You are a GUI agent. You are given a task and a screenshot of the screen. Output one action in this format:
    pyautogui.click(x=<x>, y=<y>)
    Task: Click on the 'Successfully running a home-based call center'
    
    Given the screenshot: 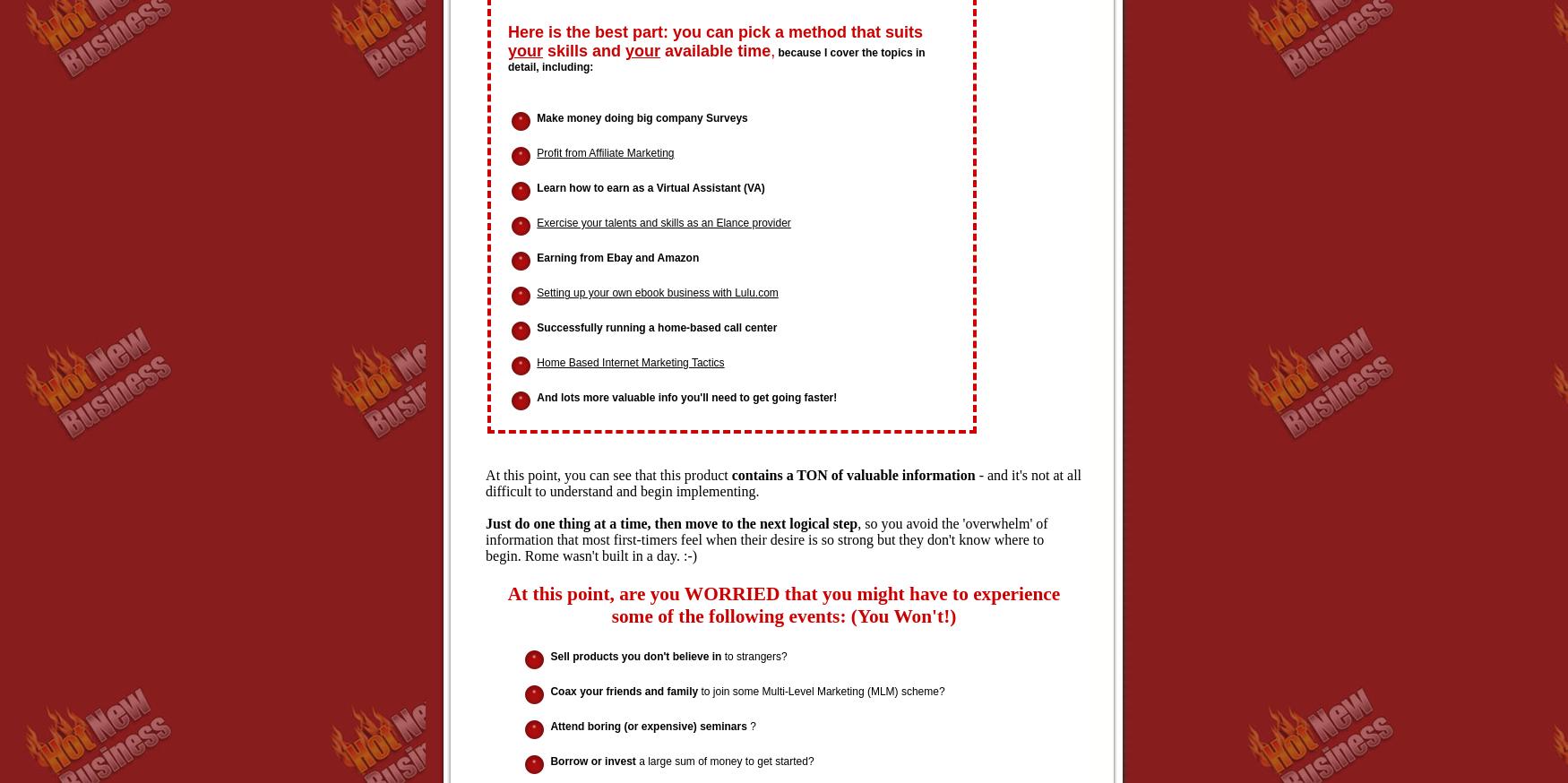 What is the action you would take?
    pyautogui.click(x=657, y=325)
    